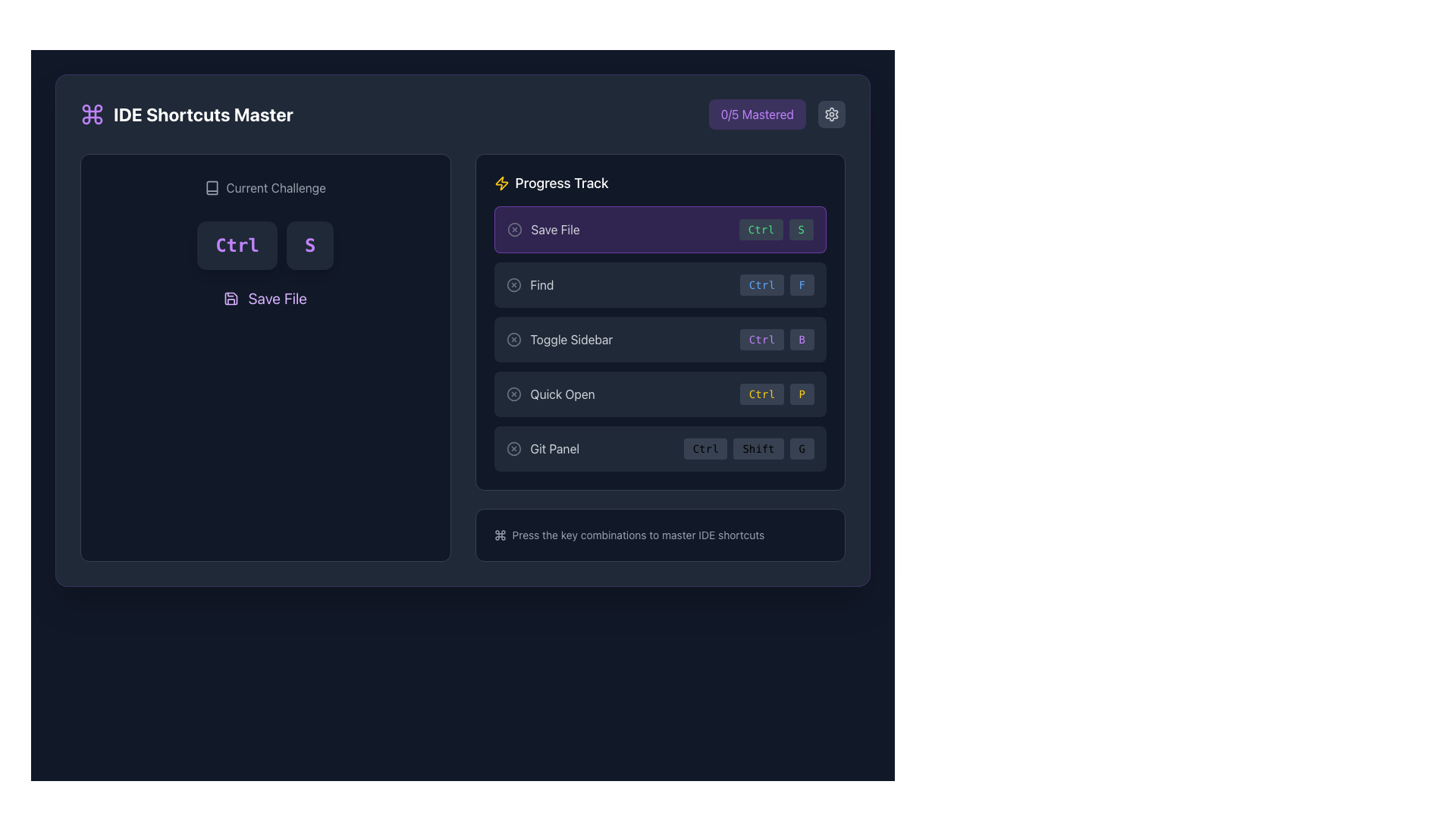  What do you see at coordinates (513, 338) in the screenshot?
I see `the toggle icon for the sidebar, which is positioned to the left of the textual label in the 'Toggle Sidebar' row` at bounding box center [513, 338].